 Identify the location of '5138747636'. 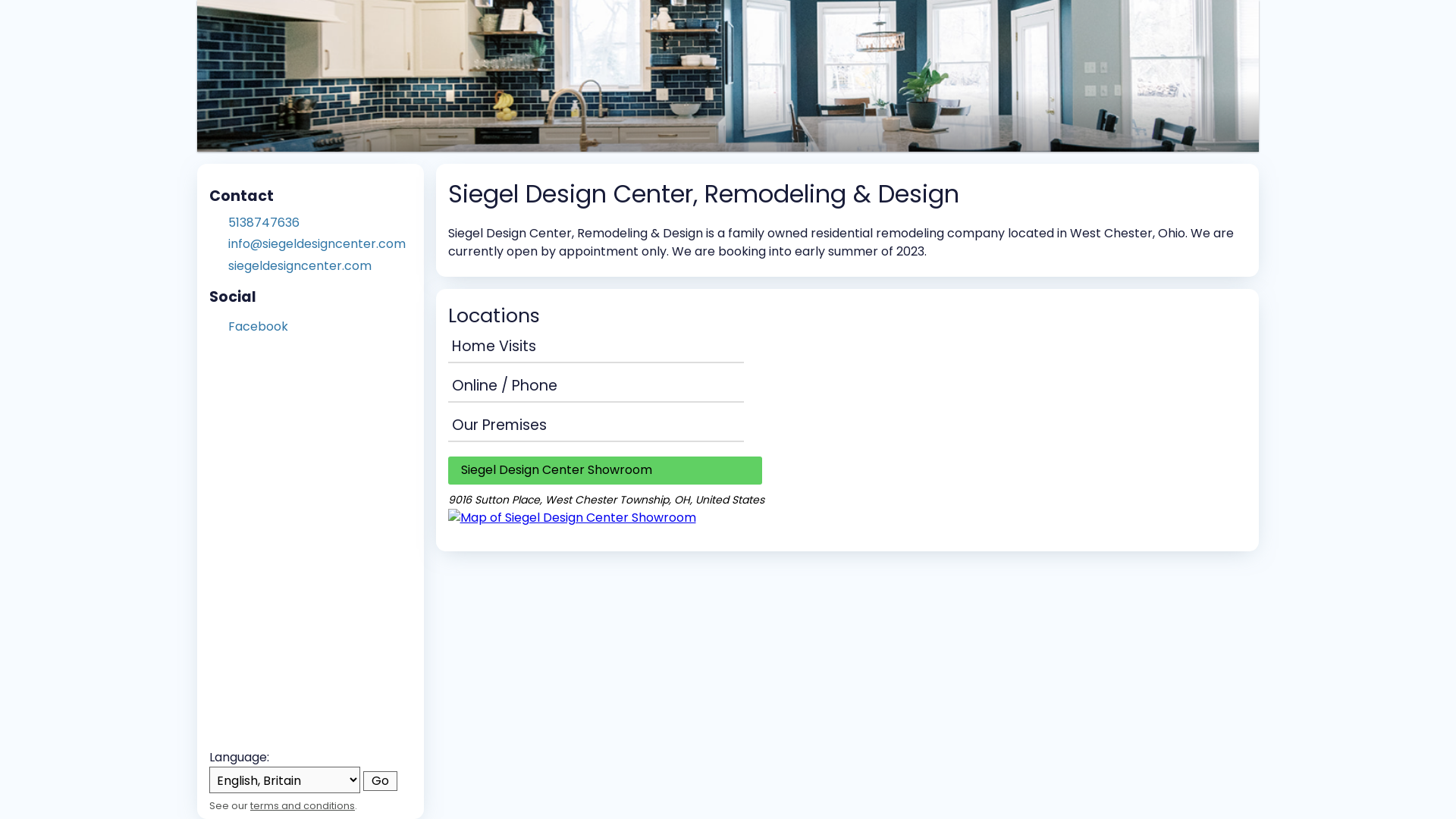
(319, 222).